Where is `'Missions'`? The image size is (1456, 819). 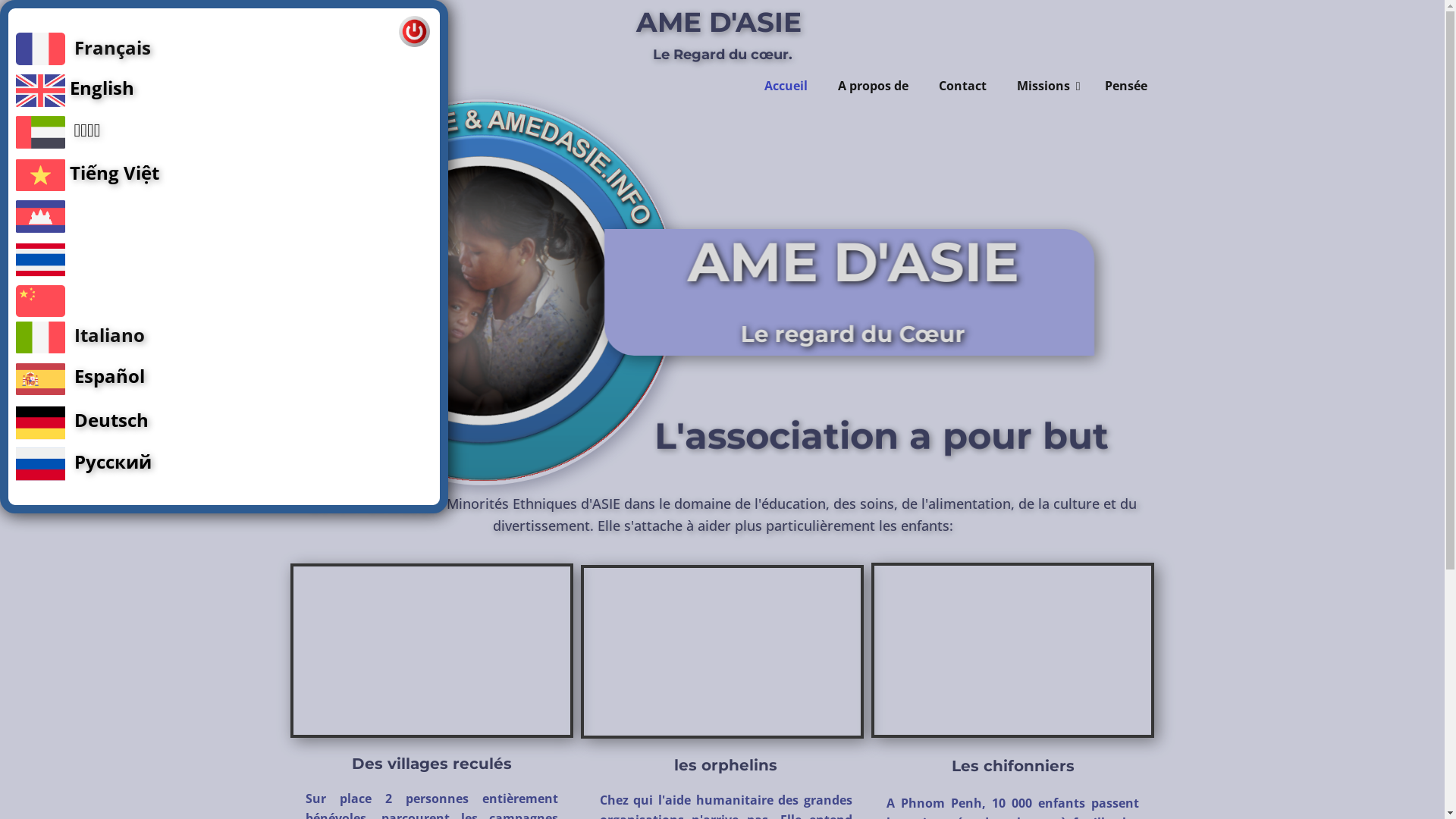 'Missions' is located at coordinates (1009, 85).